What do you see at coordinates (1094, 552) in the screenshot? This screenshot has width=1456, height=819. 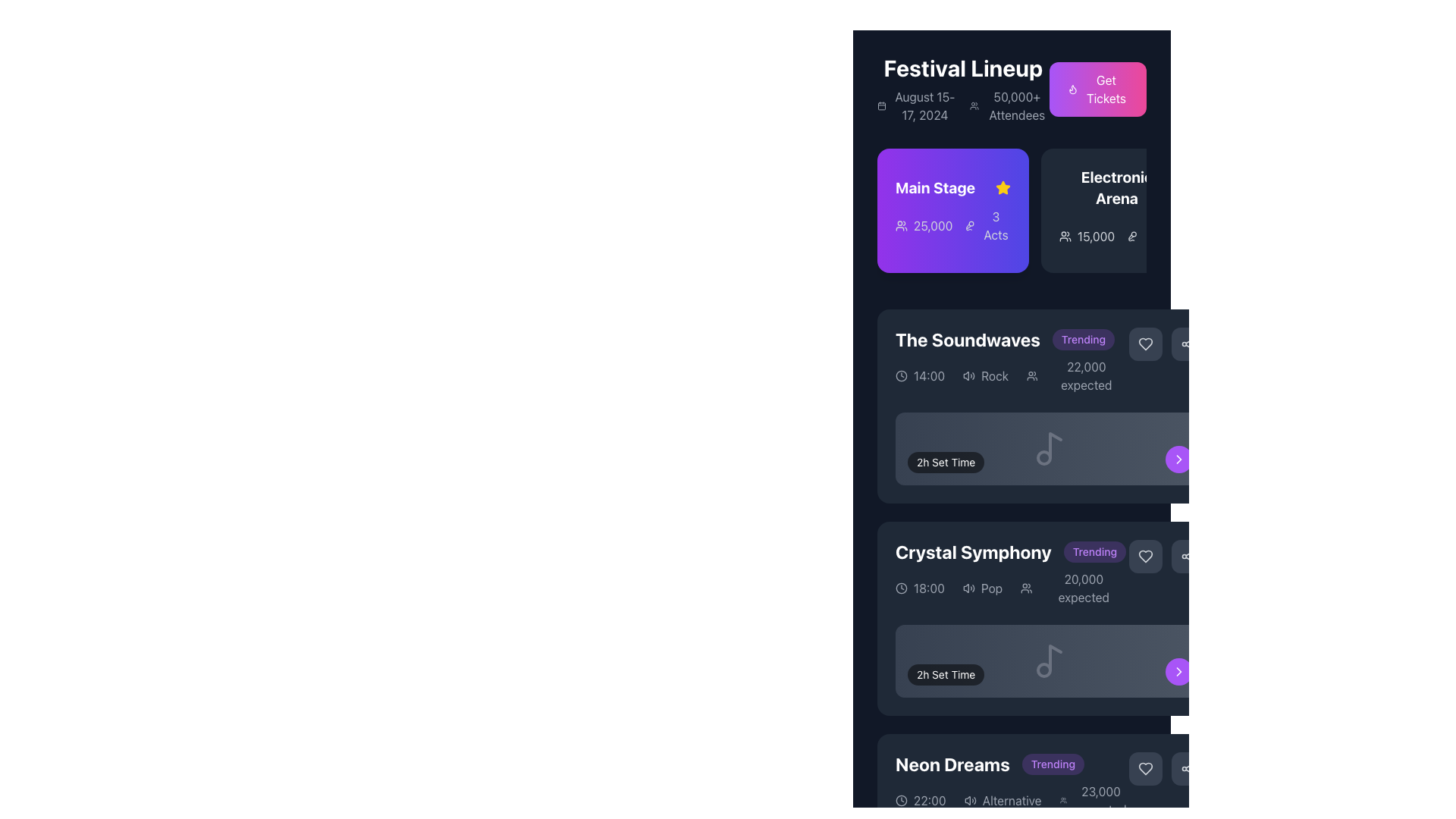 I see `the label indicating the trending event 'Crystal Symphony', located to the right of the title in the vertical list of items` at bounding box center [1094, 552].